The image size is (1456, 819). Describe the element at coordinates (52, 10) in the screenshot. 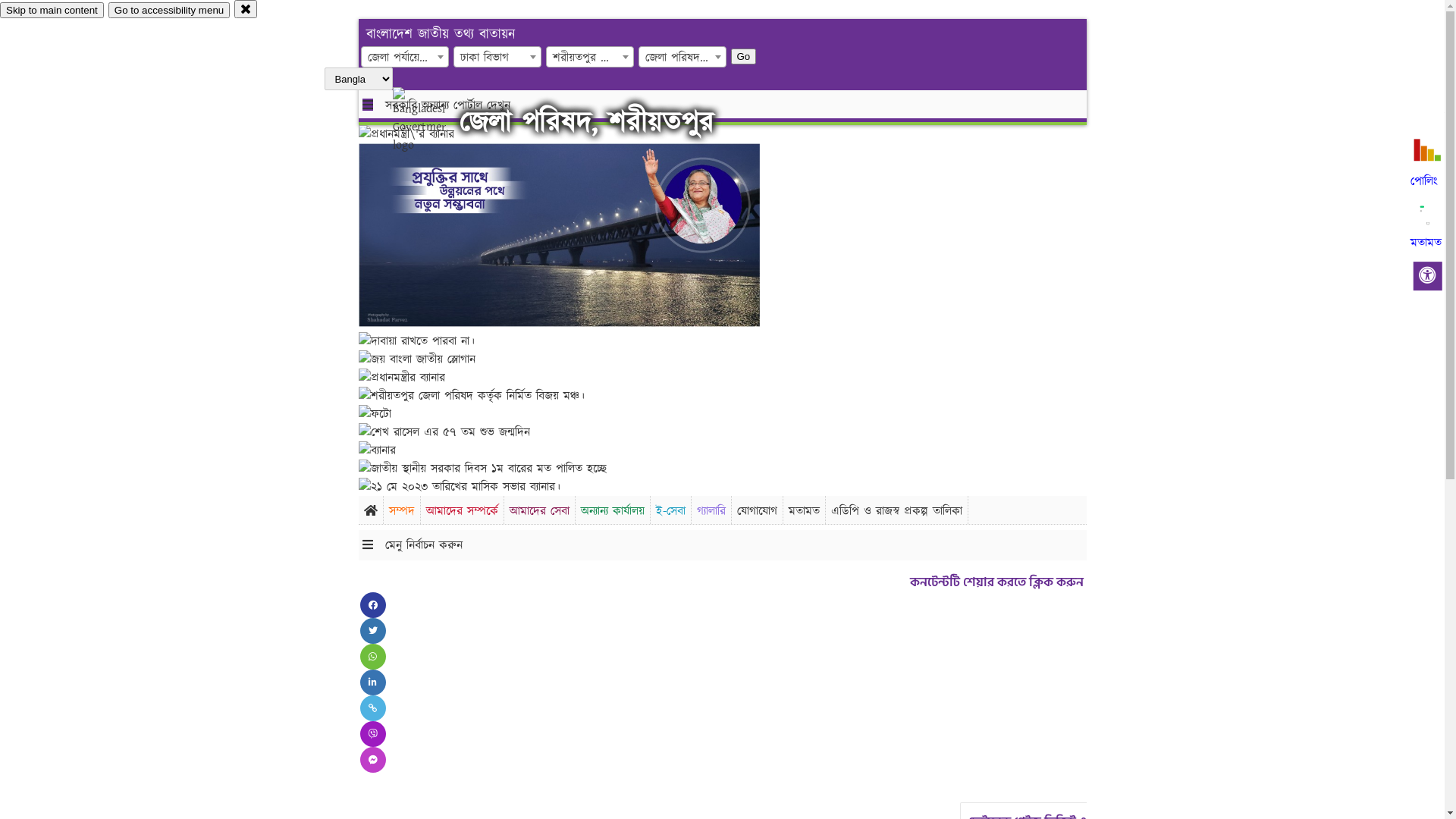

I see `'Skip to main content'` at that location.